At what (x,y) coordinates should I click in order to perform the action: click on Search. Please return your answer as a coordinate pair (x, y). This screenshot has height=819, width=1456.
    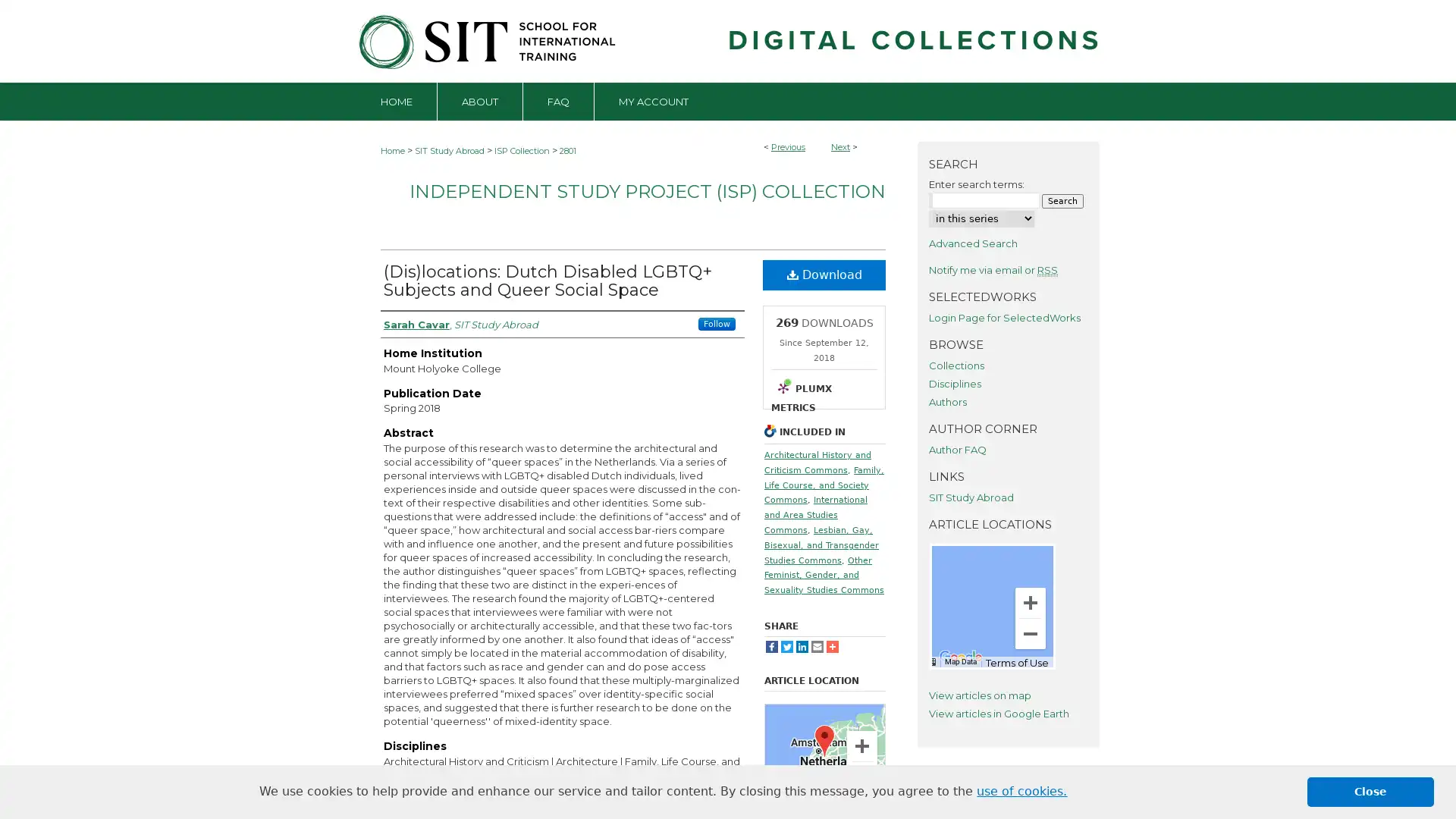
    Looking at the image, I should click on (1062, 199).